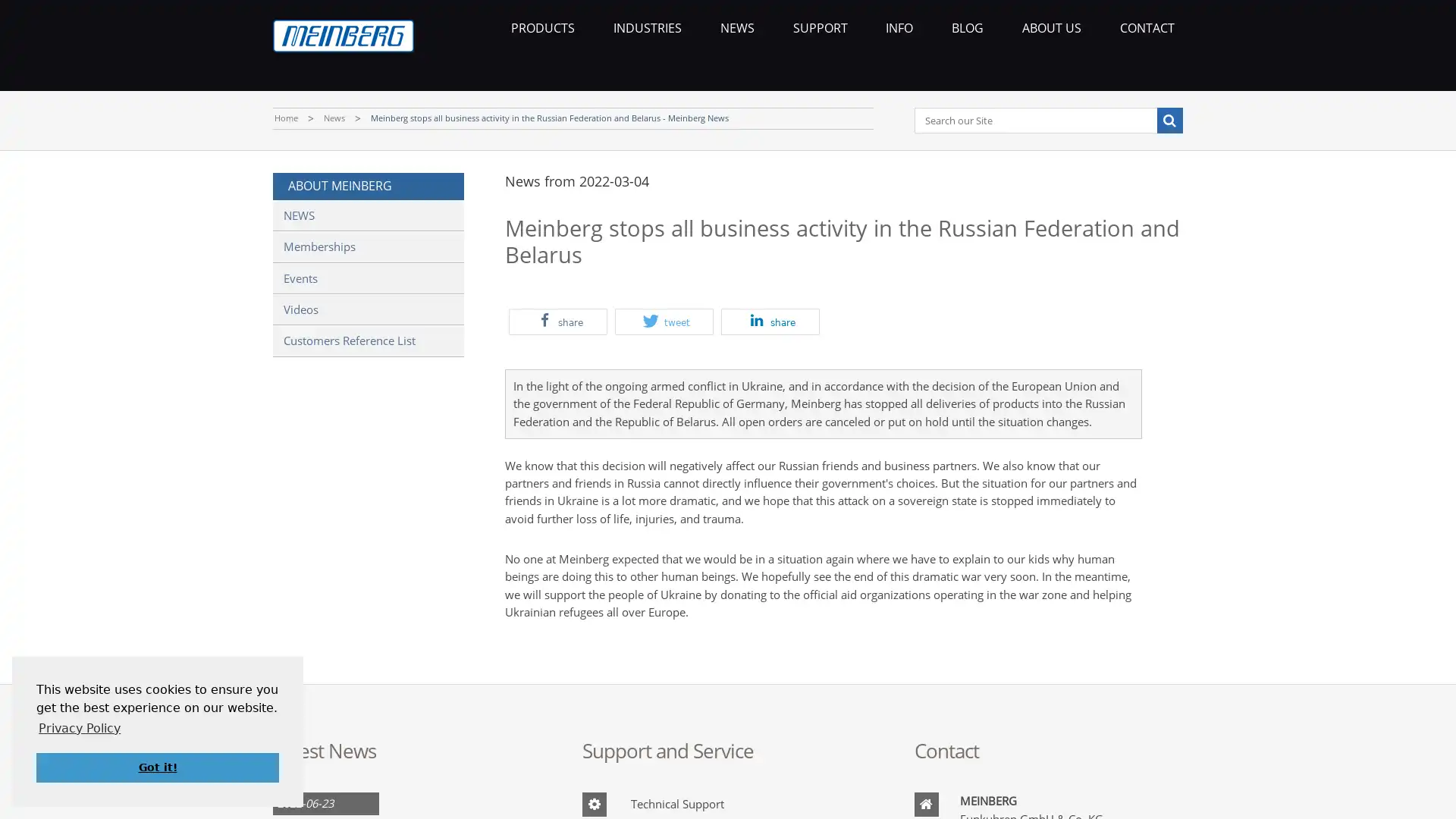 The width and height of the screenshot is (1456, 819). I want to click on Share on Twitter, so click(664, 321).